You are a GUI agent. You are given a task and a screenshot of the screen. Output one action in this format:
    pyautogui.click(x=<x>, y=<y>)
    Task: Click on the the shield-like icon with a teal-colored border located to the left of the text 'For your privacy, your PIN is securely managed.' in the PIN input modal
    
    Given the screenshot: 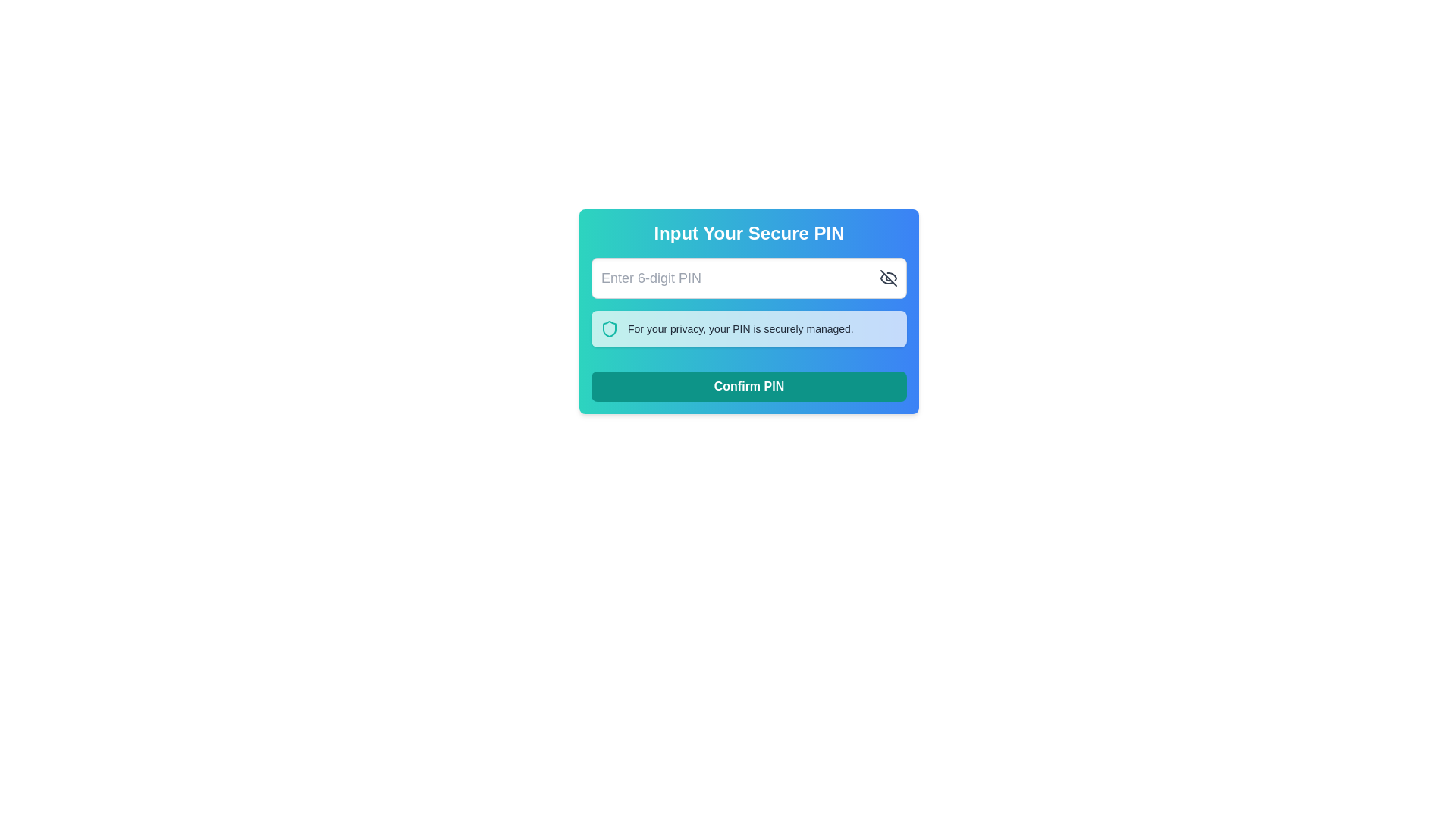 What is the action you would take?
    pyautogui.click(x=610, y=328)
    